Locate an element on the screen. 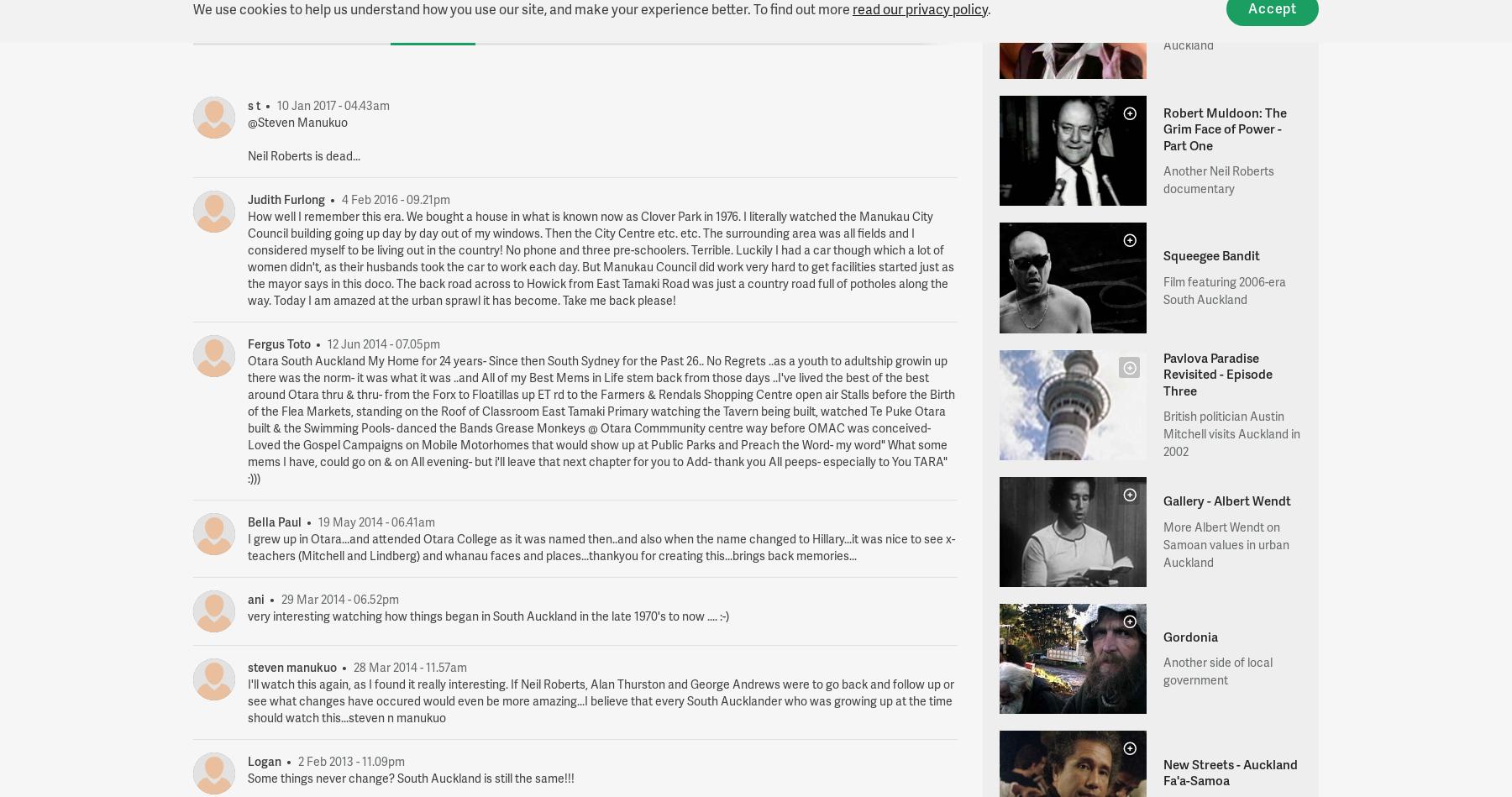  'Overview' is located at coordinates (221, 21).